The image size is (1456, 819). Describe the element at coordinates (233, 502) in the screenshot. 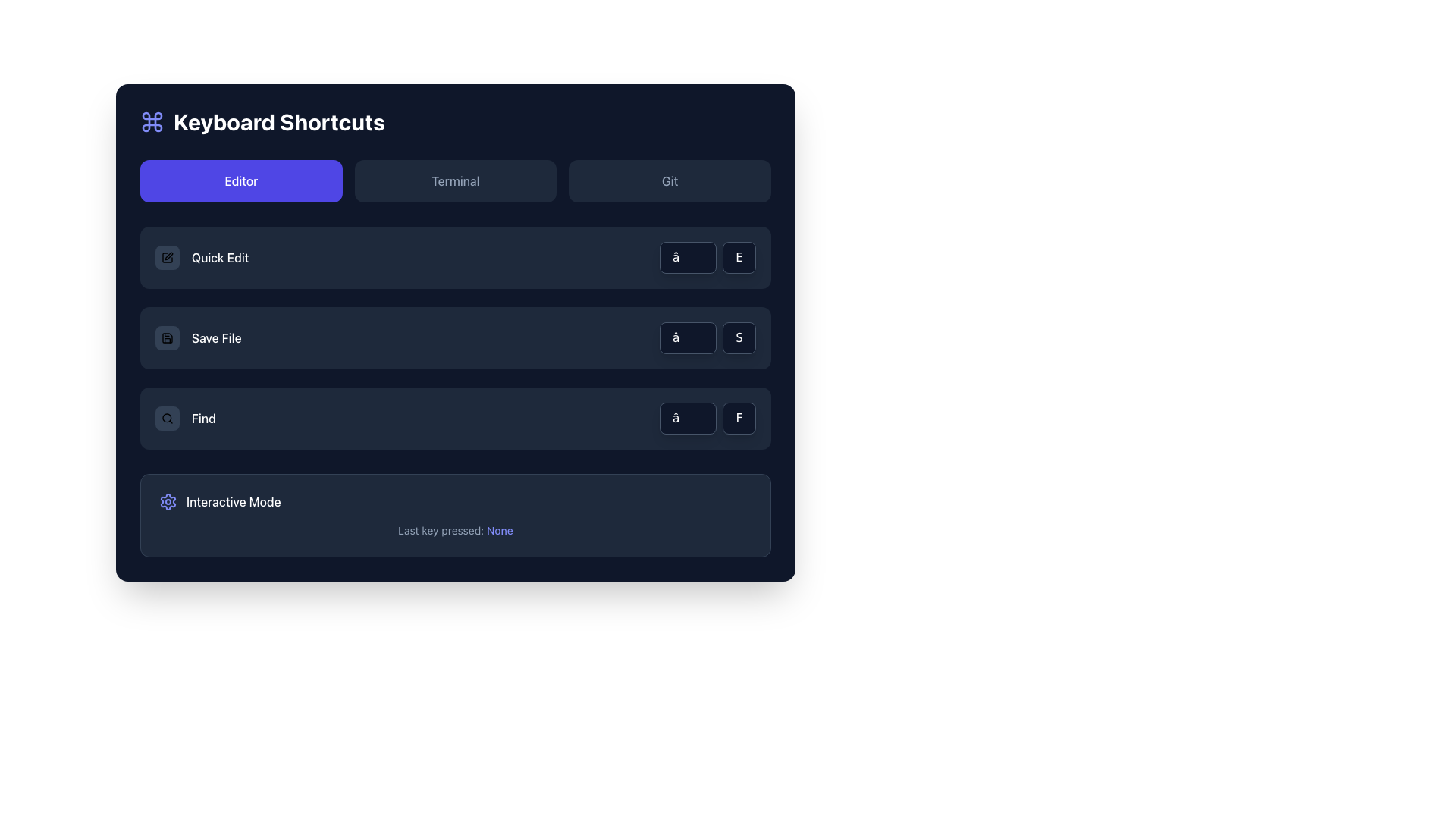

I see `the label indicating 'Interactive Mode' located to the right of the settings icon in the bottom section of the panel displaying keyboard shortcuts` at that location.